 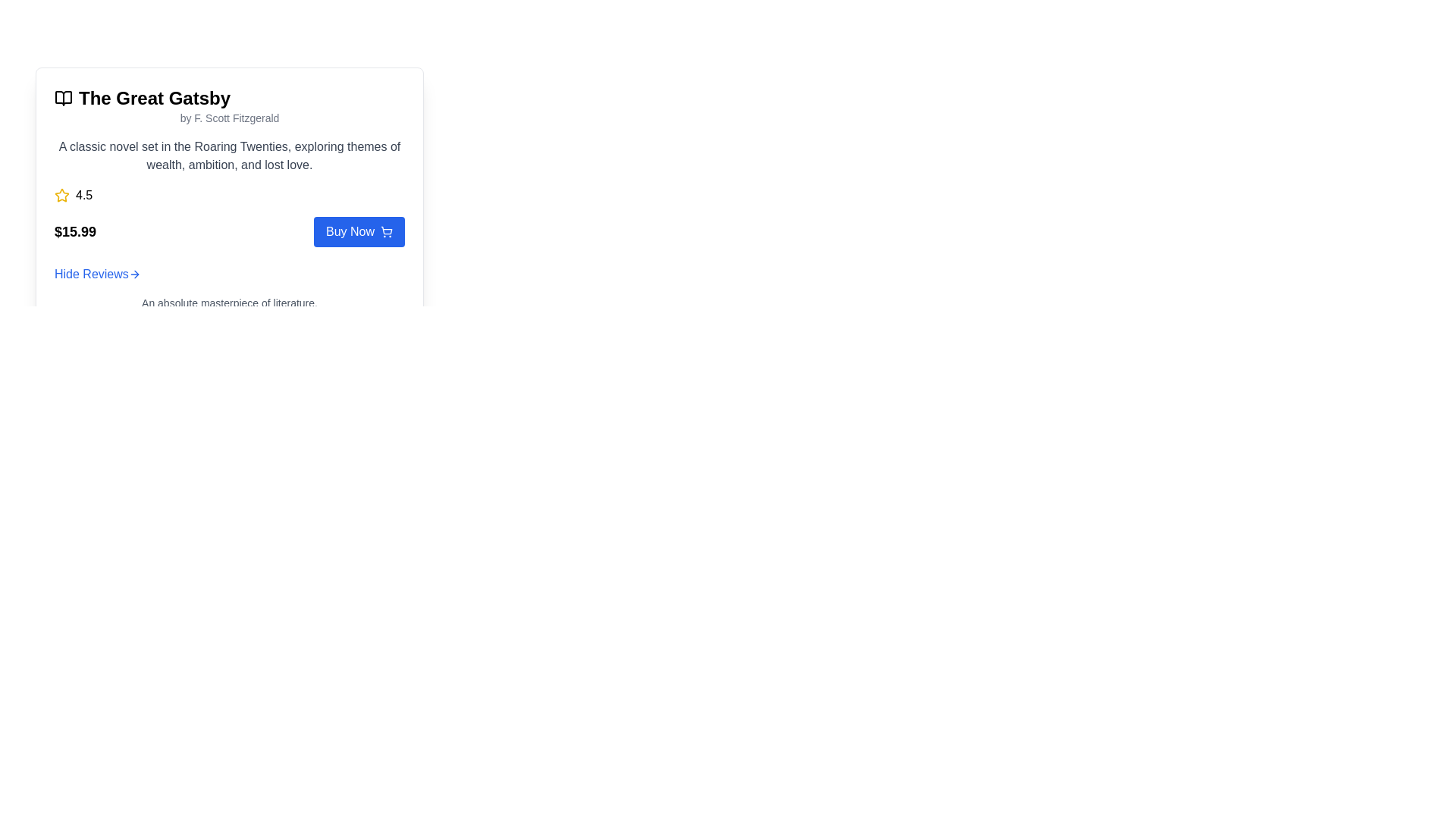 What do you see at coordinates (62, 99) in the screenshot?
I see `the open book icon, which is black and positioned to the left of the 'The Great Gatsby' title text in the top-left section of the card` at bounding box center [62, 99].